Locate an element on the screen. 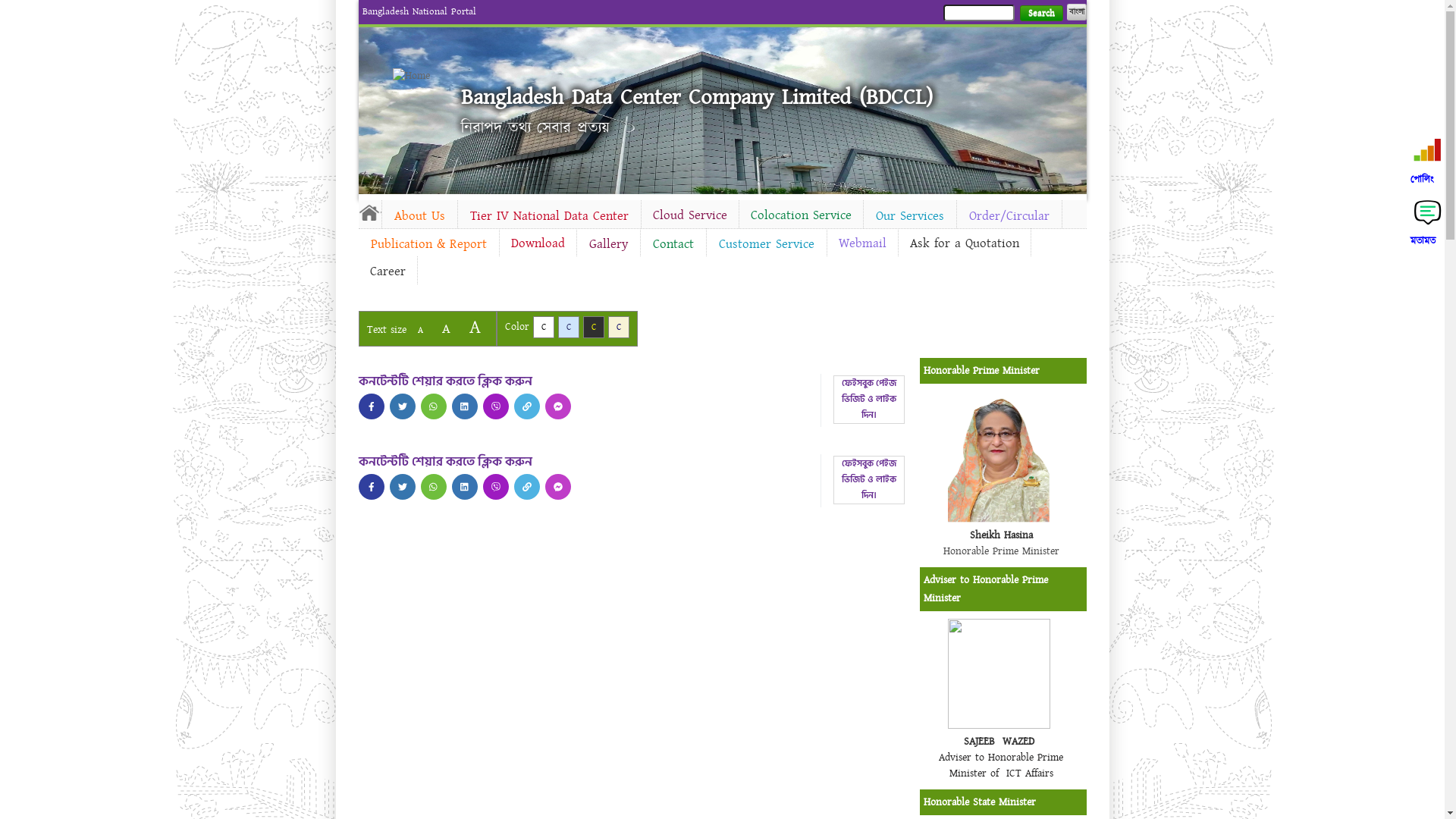 The width and height of the screenshot is (1456, 819). 'Order/Circular' is located at coordinates (1009, 216).